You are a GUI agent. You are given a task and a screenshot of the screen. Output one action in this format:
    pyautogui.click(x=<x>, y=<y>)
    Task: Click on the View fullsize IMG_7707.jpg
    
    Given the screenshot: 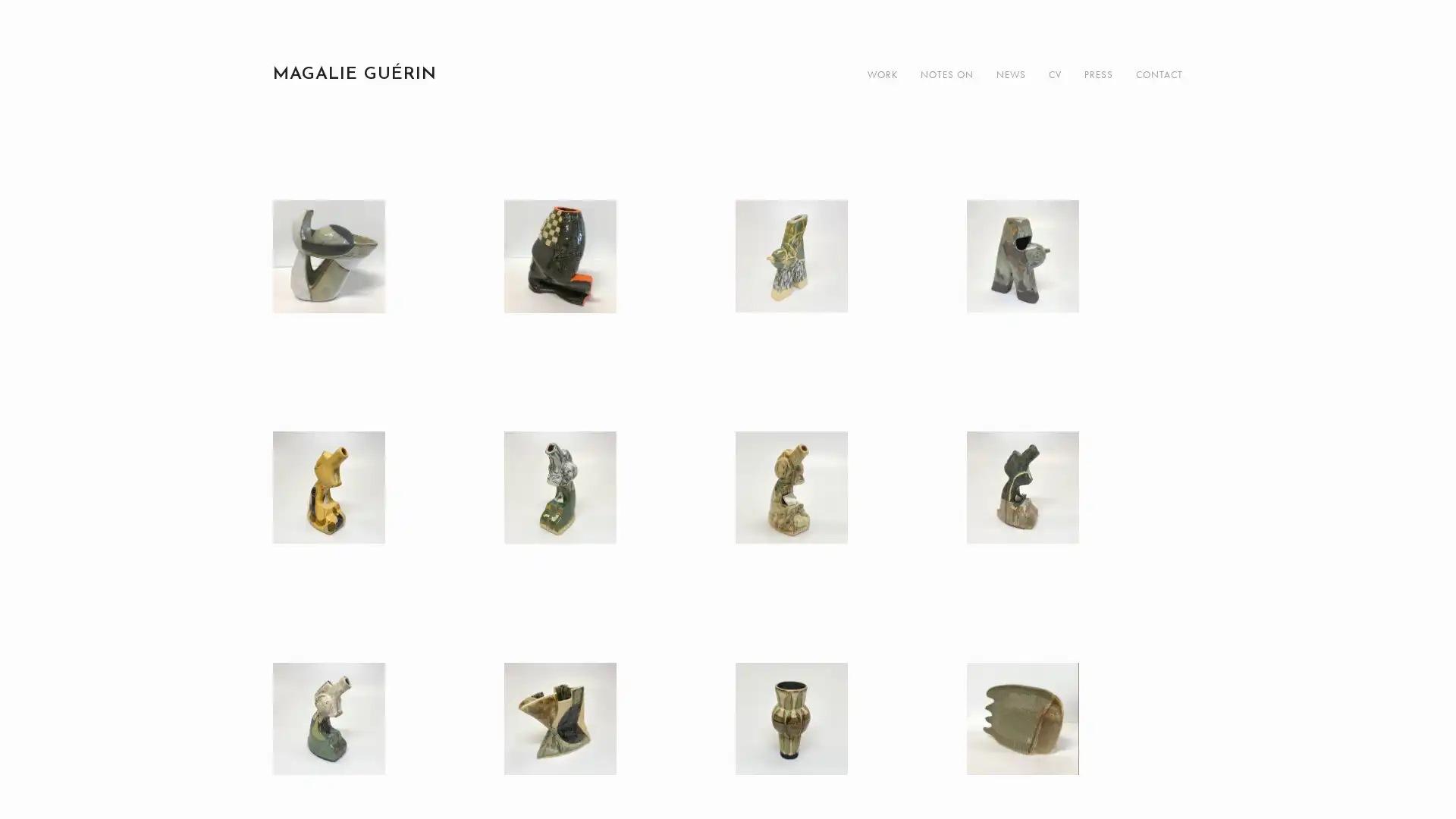 What is the action you would take?
    pyautogui.click(x=843, y=307)
    